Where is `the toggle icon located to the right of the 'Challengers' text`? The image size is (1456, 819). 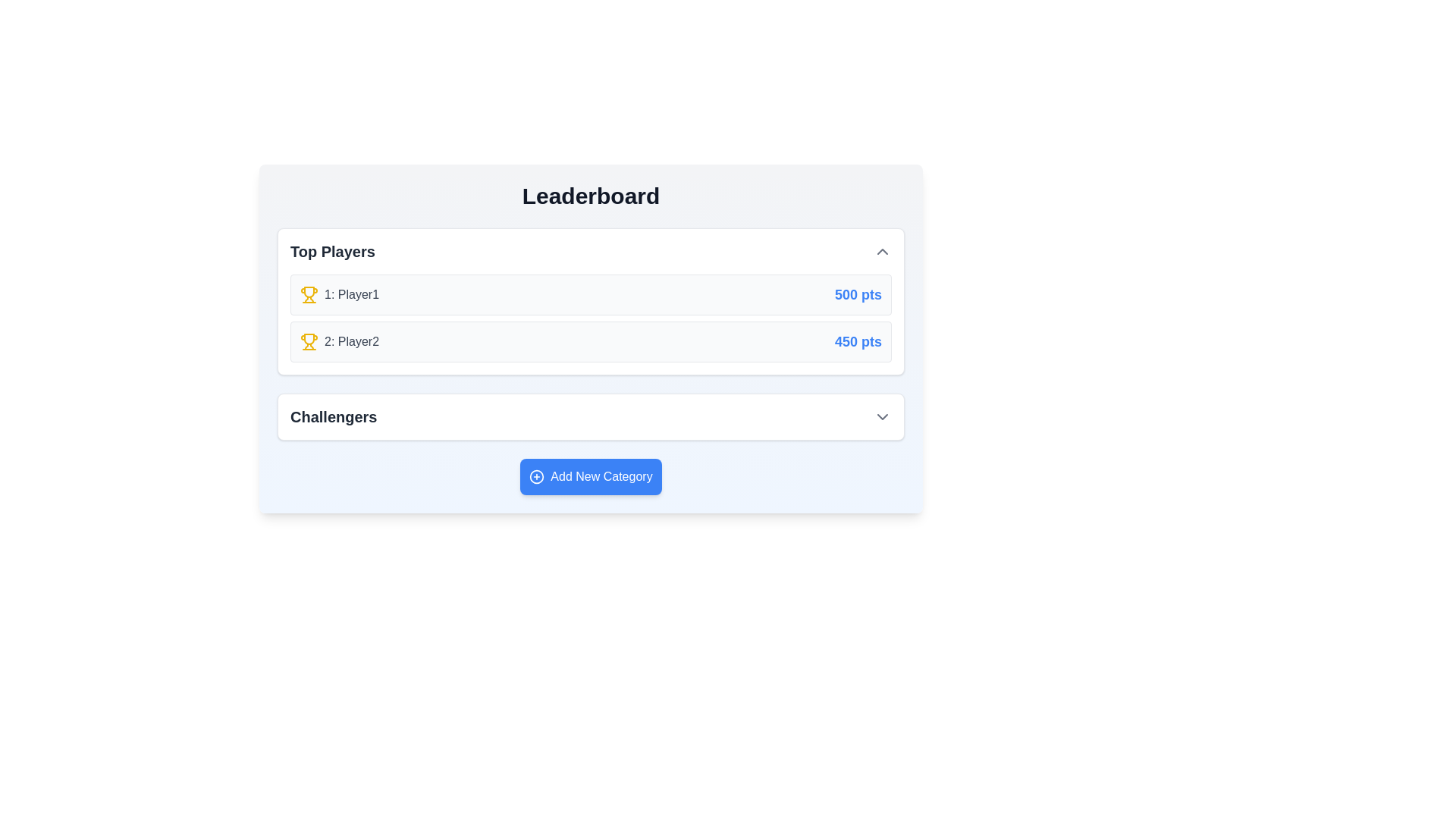
the toggle icon located to the right of the 'Challengers' text is located at coordinates (882, 417).